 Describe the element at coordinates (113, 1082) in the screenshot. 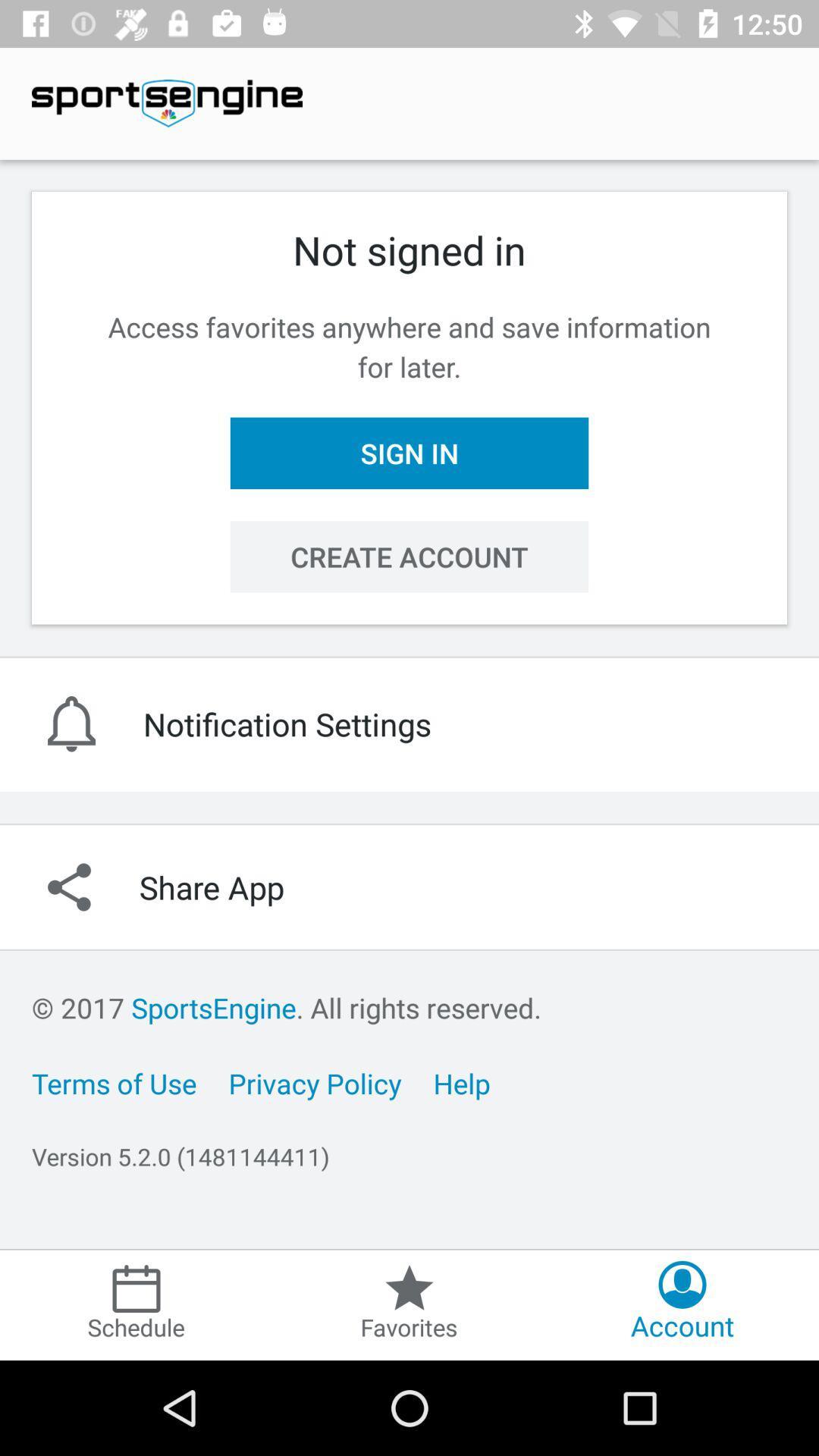

I see `the item below the 2017 sportsengine all icon` at that location.